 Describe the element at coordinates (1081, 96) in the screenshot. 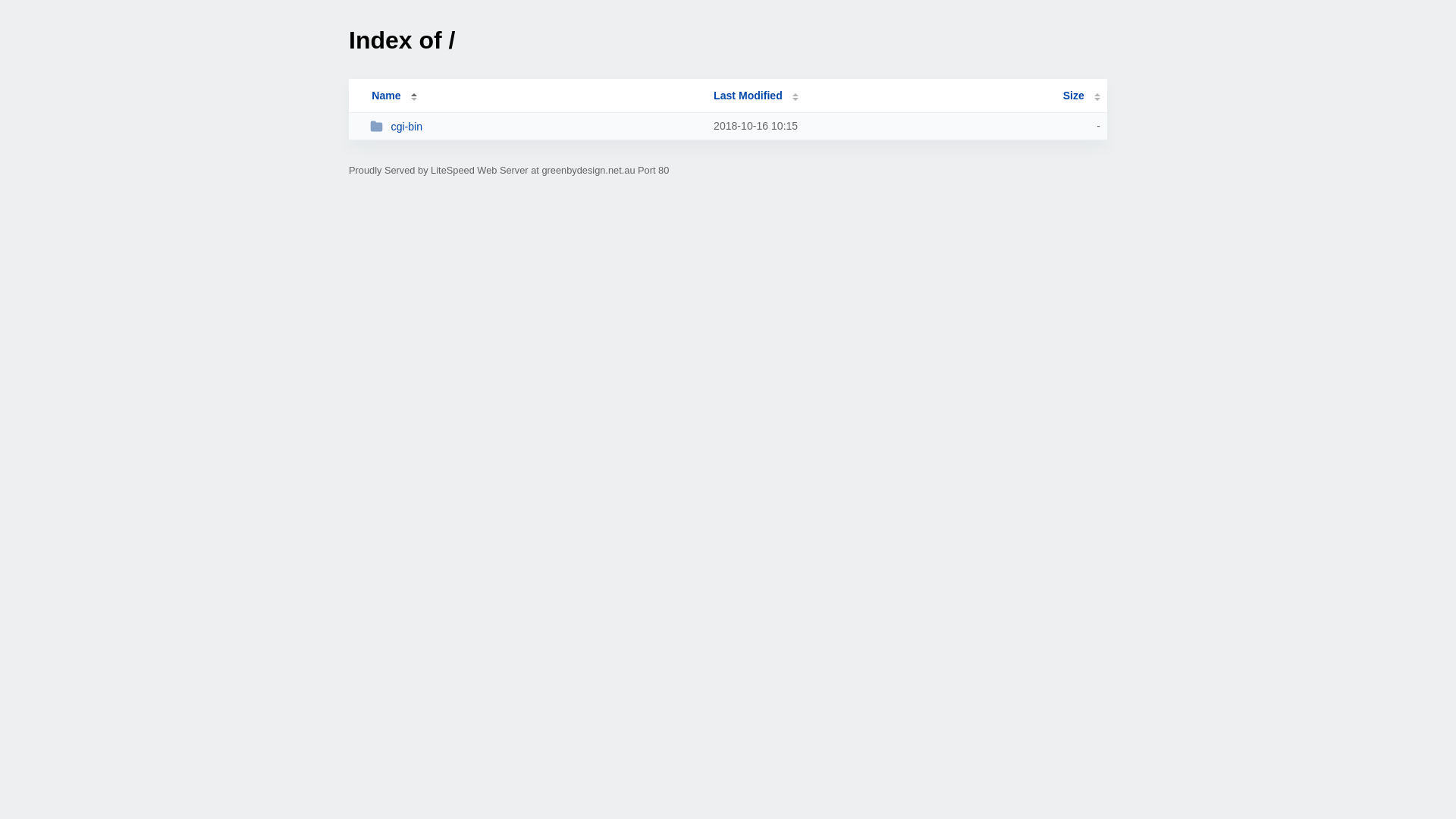

I see `'Size'` at that location.